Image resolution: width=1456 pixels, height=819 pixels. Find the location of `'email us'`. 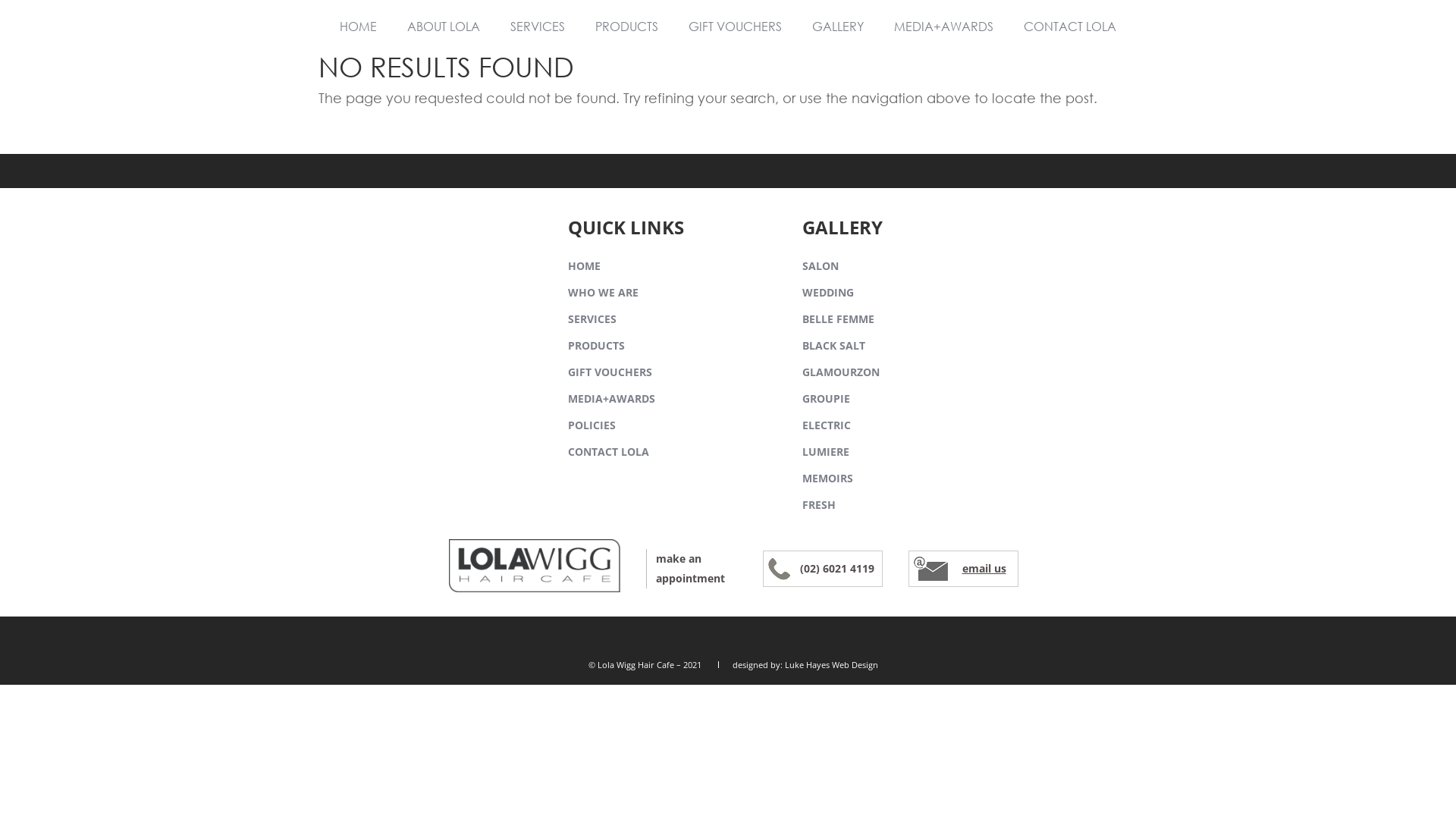

'email us' is located at coordinates (983, 568).